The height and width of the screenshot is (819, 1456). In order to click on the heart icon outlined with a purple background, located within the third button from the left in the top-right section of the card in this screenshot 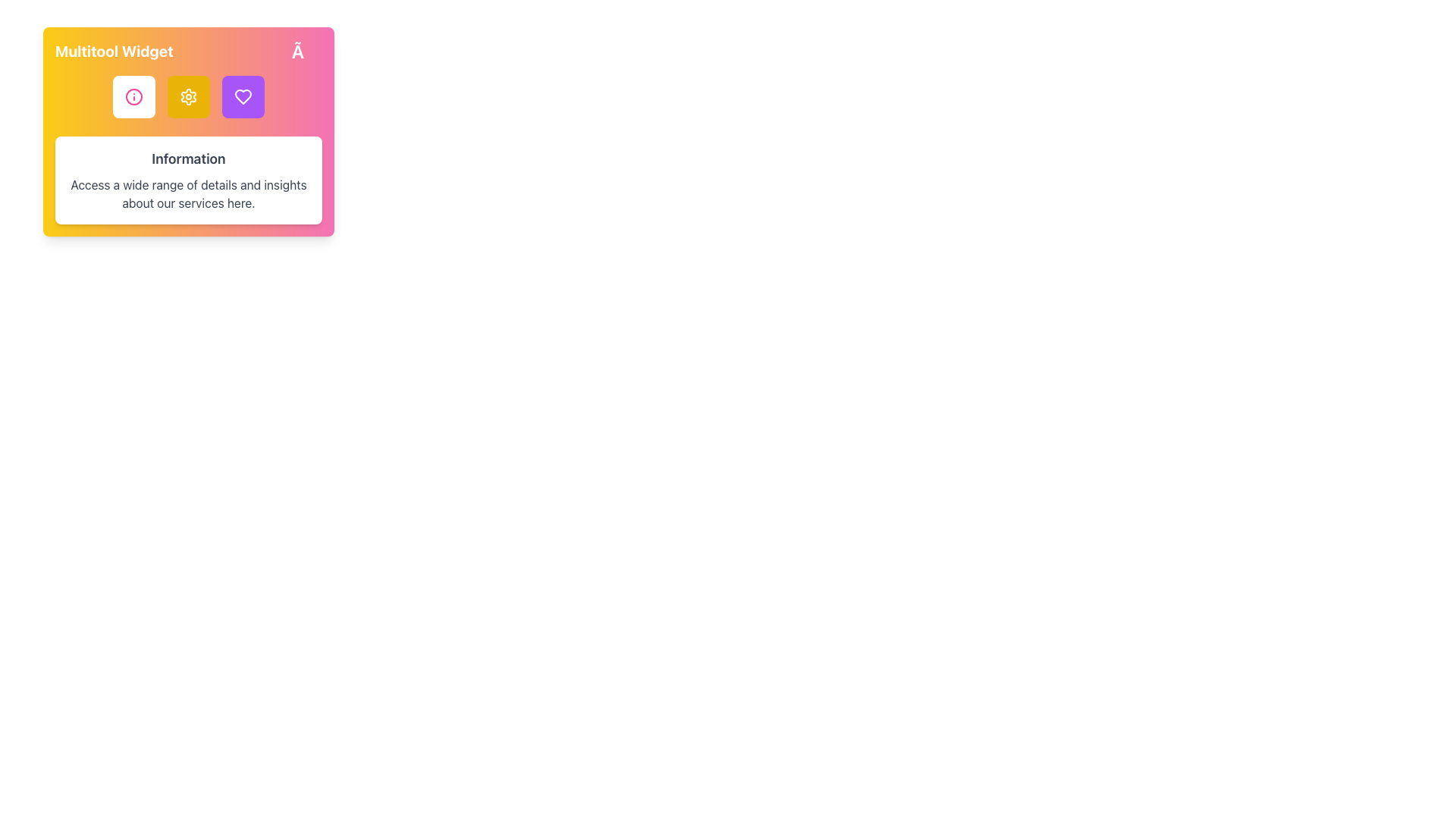, I will do `click(243, 96)`.